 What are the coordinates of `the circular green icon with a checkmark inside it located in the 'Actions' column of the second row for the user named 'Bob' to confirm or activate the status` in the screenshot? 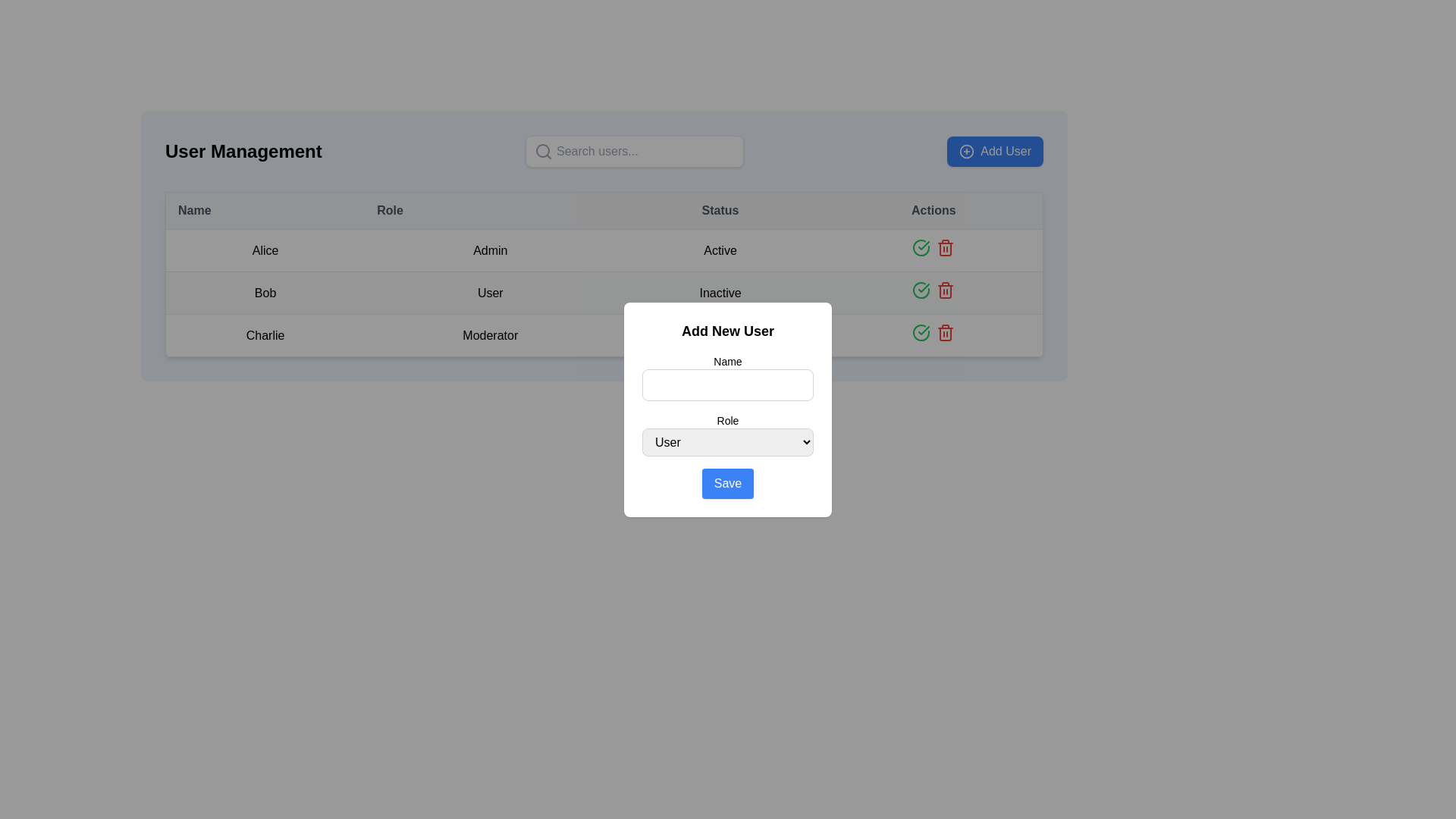 It's located at (921, 290).